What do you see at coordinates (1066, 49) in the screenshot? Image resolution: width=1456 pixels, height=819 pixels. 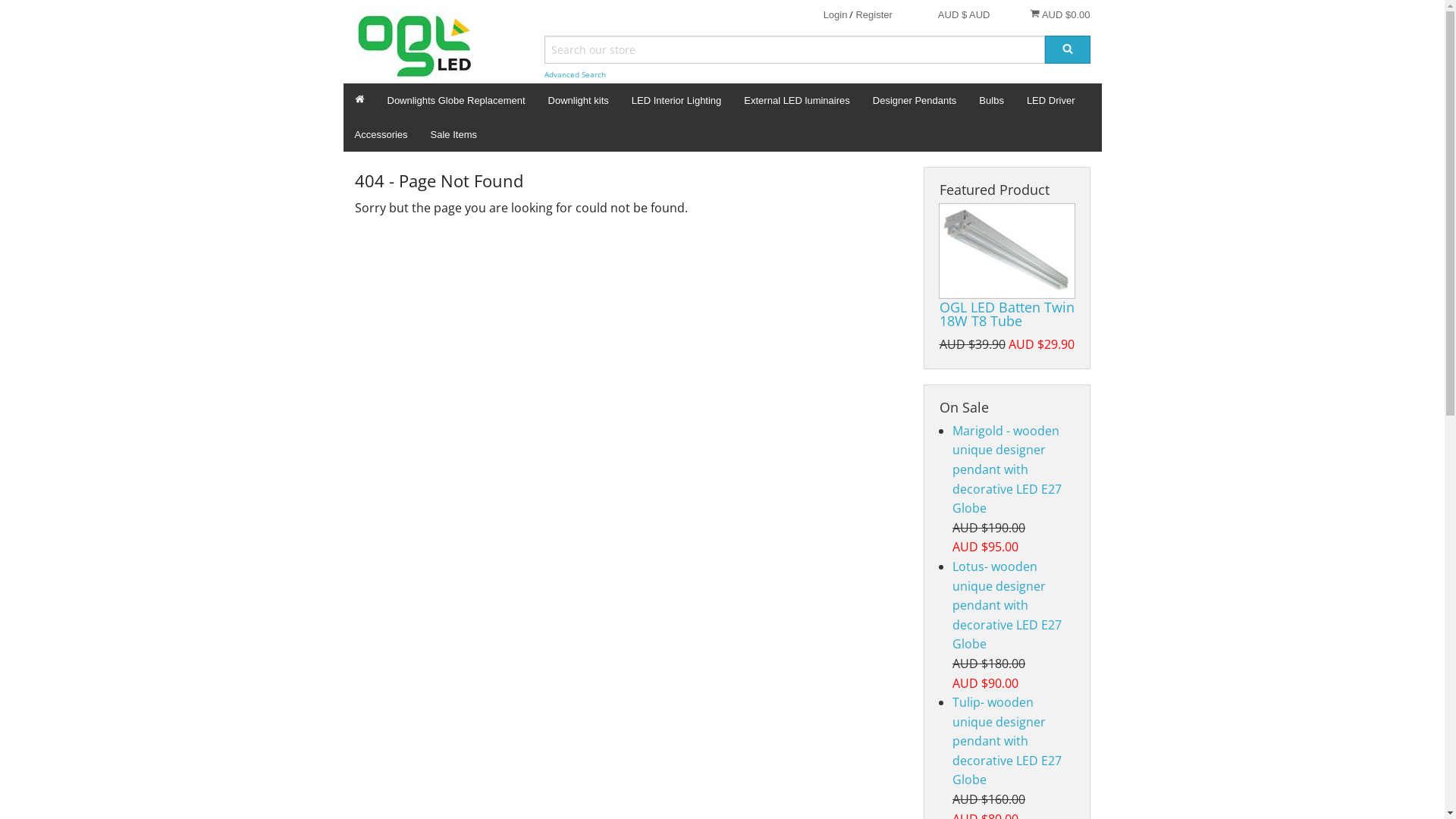 I see `'Search'` at bounding box center [1066, 49].